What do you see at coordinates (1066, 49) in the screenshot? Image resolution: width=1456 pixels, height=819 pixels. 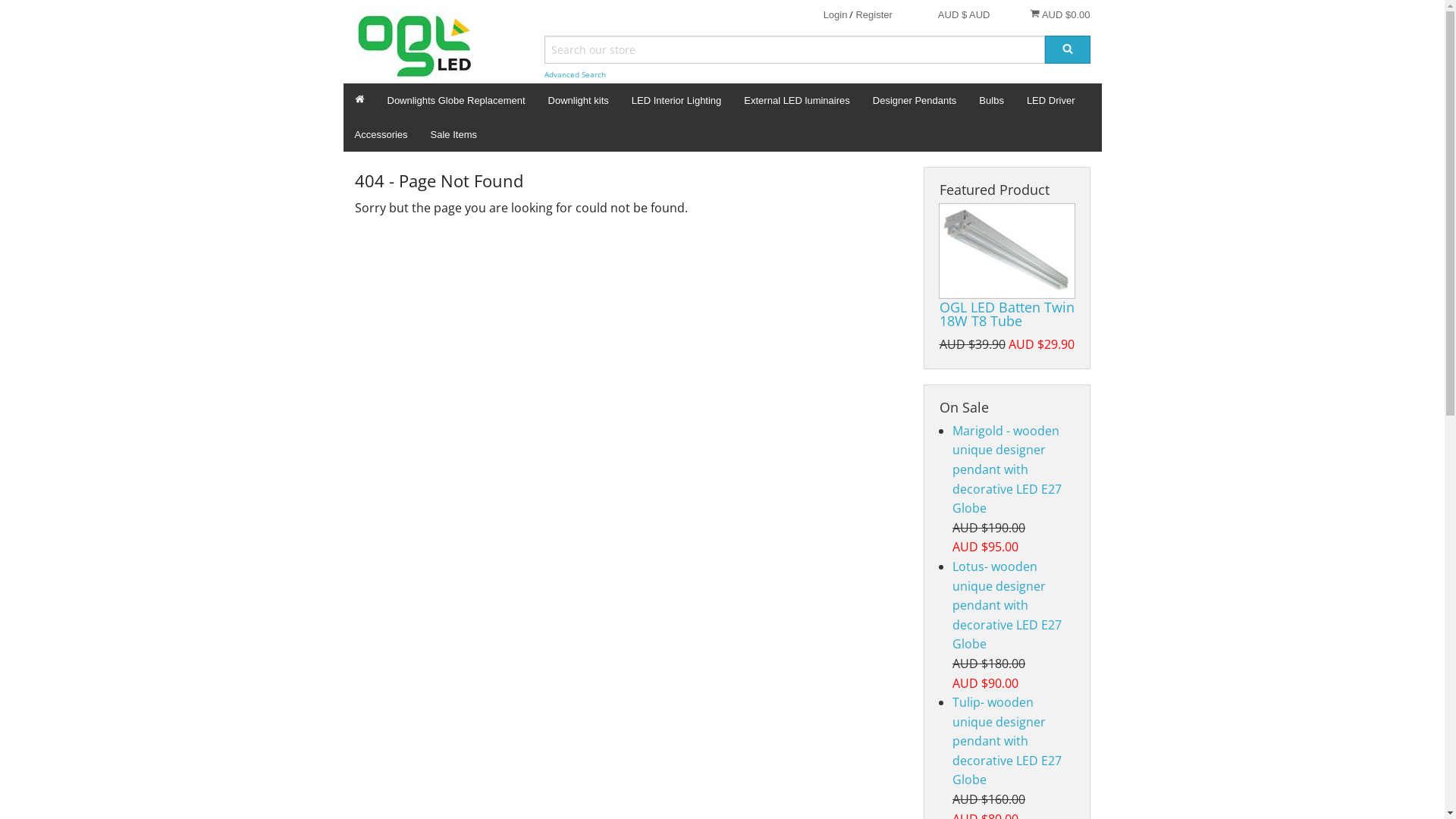 I see `'Search'` at bounding box center [1066, 49].